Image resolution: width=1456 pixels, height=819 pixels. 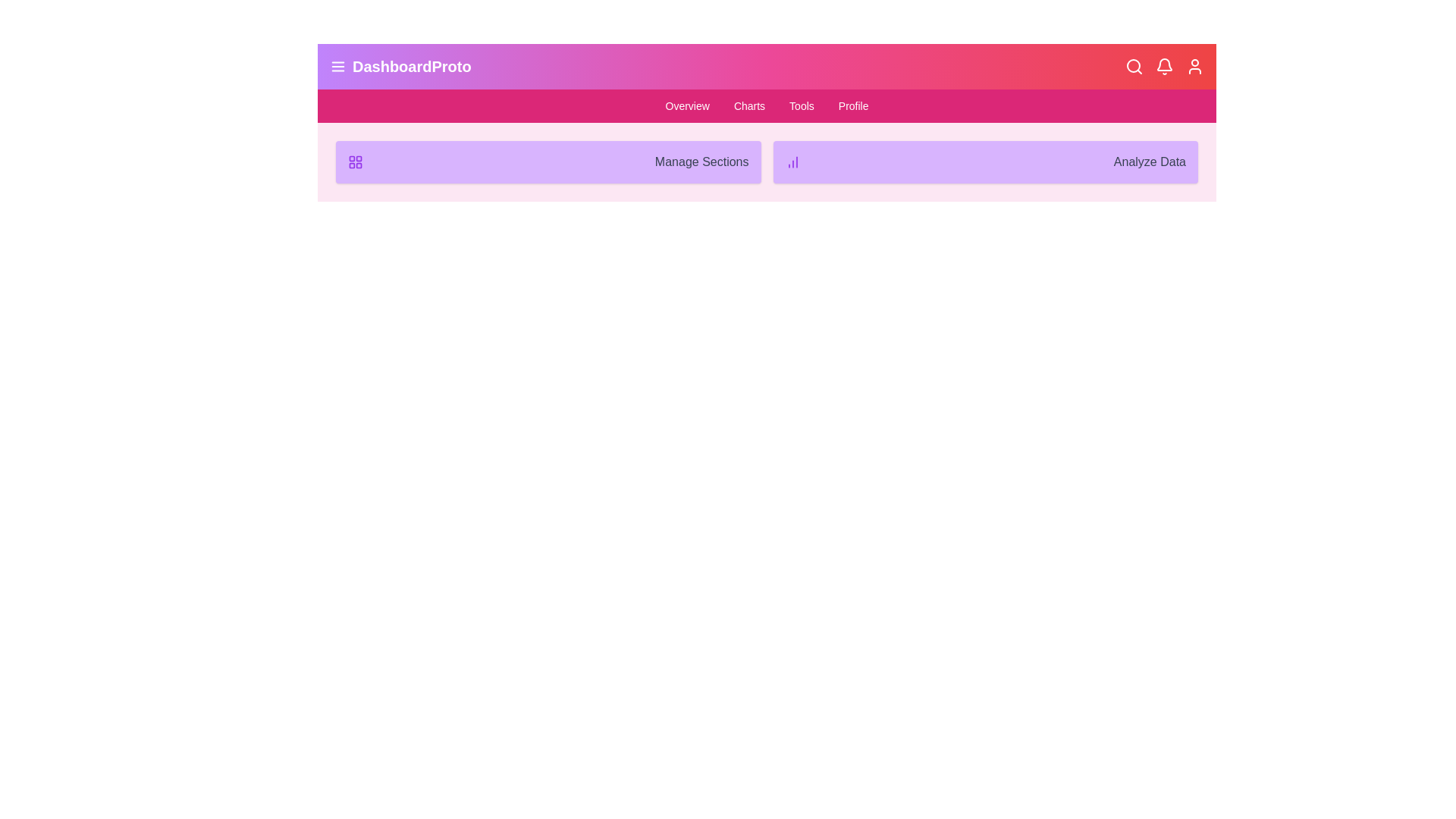 I want to click on the Notifications icon on the right side of the app bar, so click(x=1164, y=66).